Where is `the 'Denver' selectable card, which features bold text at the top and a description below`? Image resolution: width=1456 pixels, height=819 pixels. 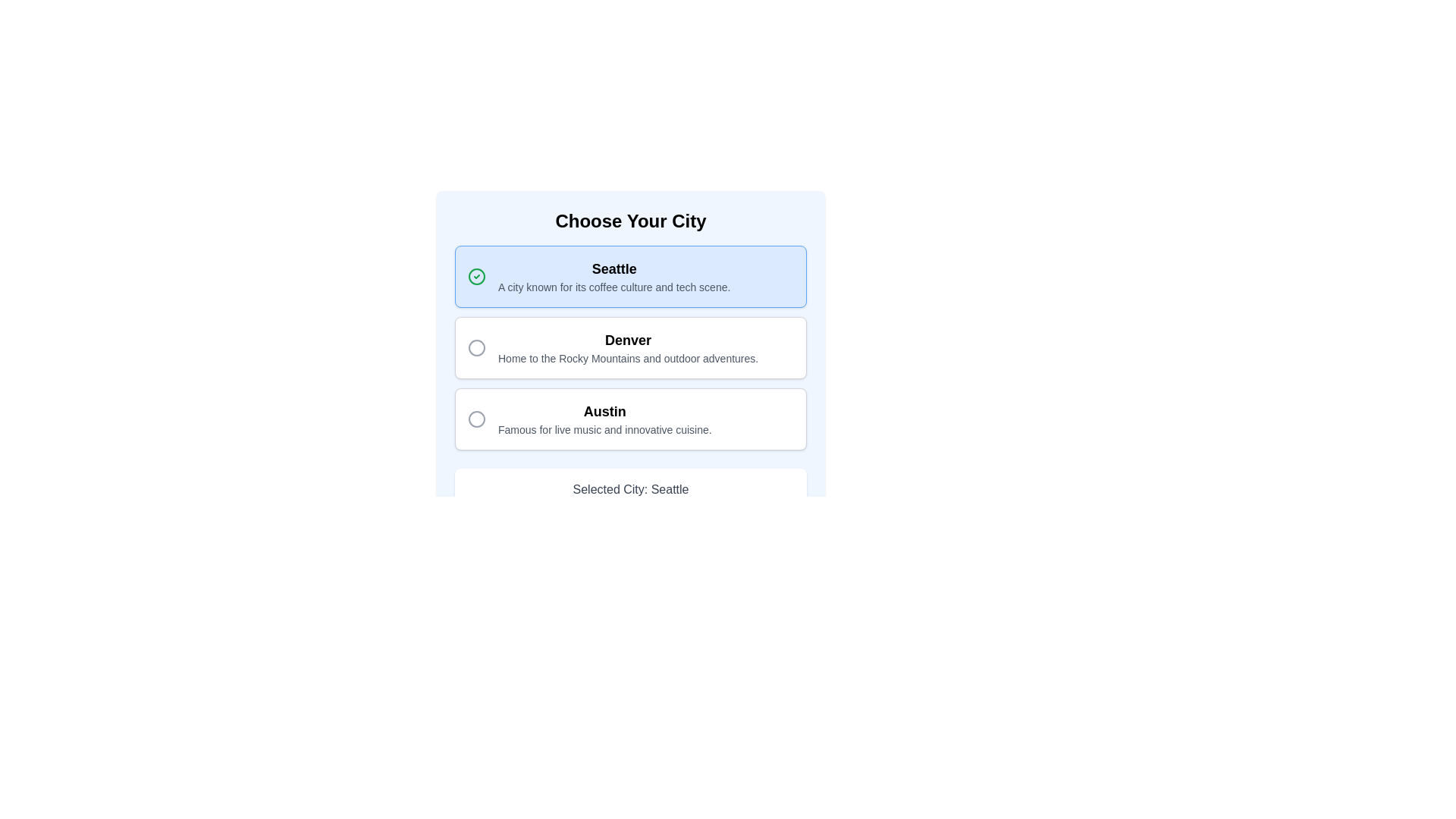 the 'Denver' selectable card, which features bold text at the top and a description below is located at coordinates (630, 348).